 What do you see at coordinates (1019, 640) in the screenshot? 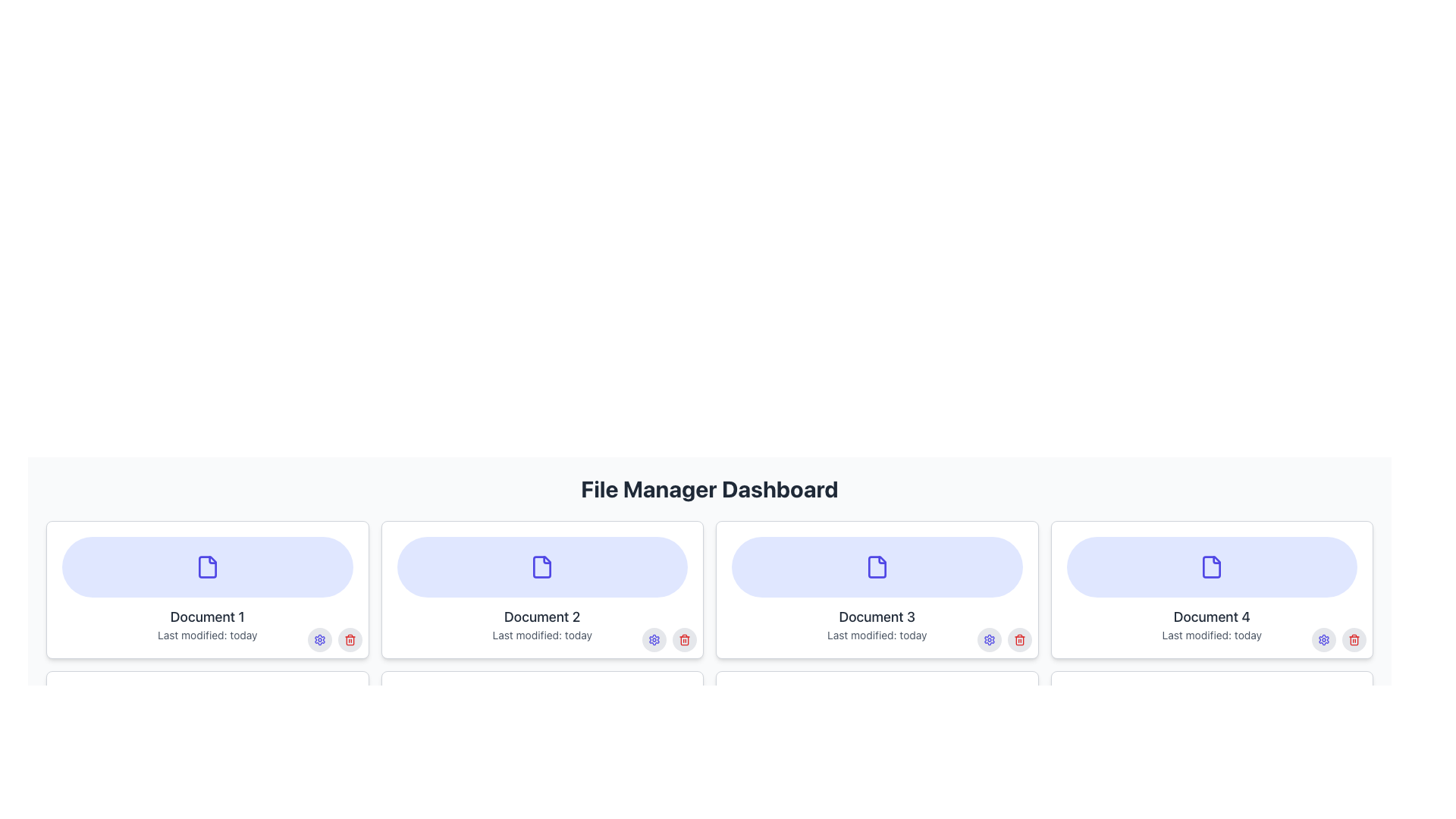
I see `the delete button/icon located in the bottom-right corner of the 'Document 3' card` at bounding box center [1019, 640].